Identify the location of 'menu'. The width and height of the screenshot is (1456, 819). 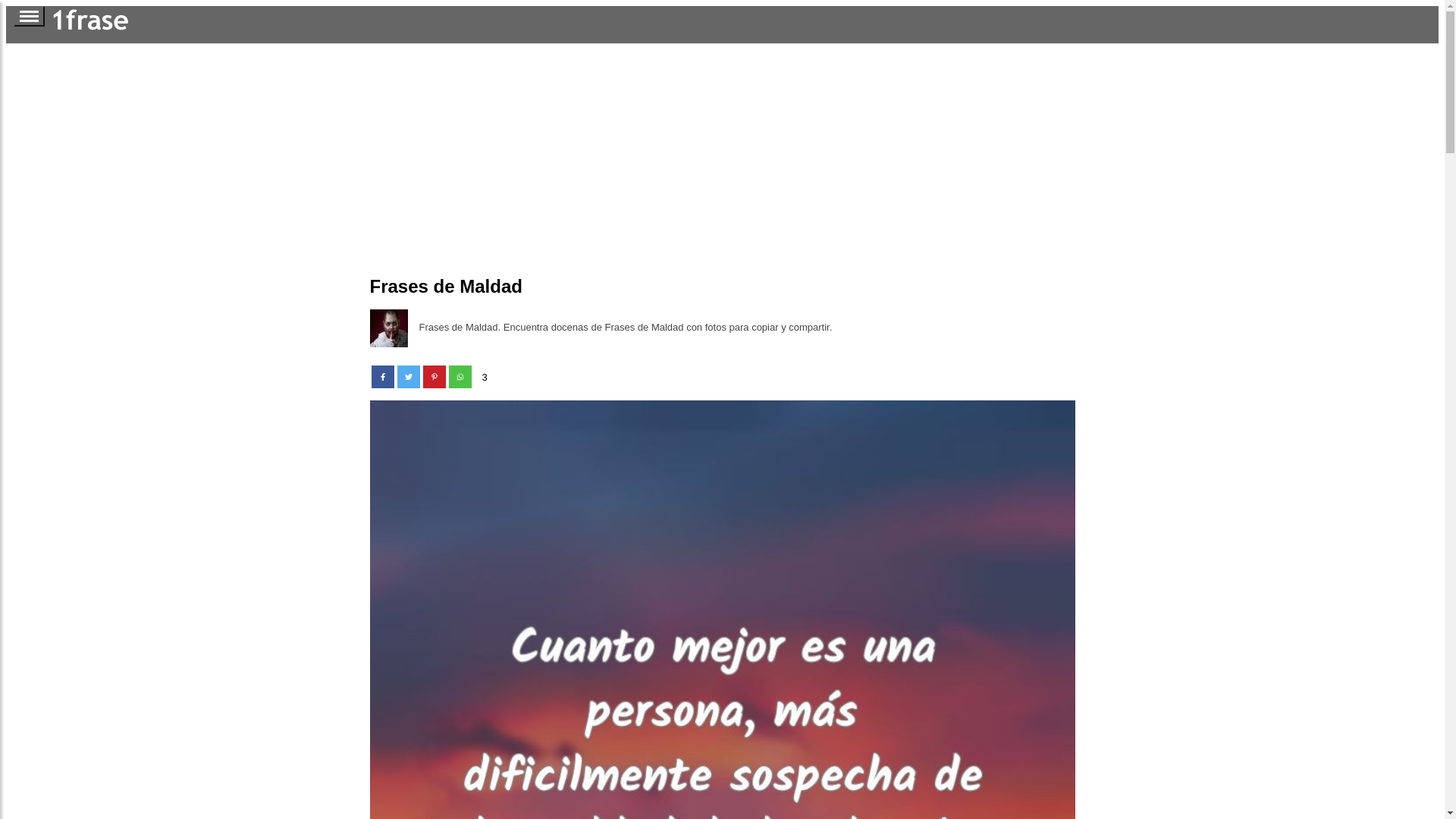
(29, 16).